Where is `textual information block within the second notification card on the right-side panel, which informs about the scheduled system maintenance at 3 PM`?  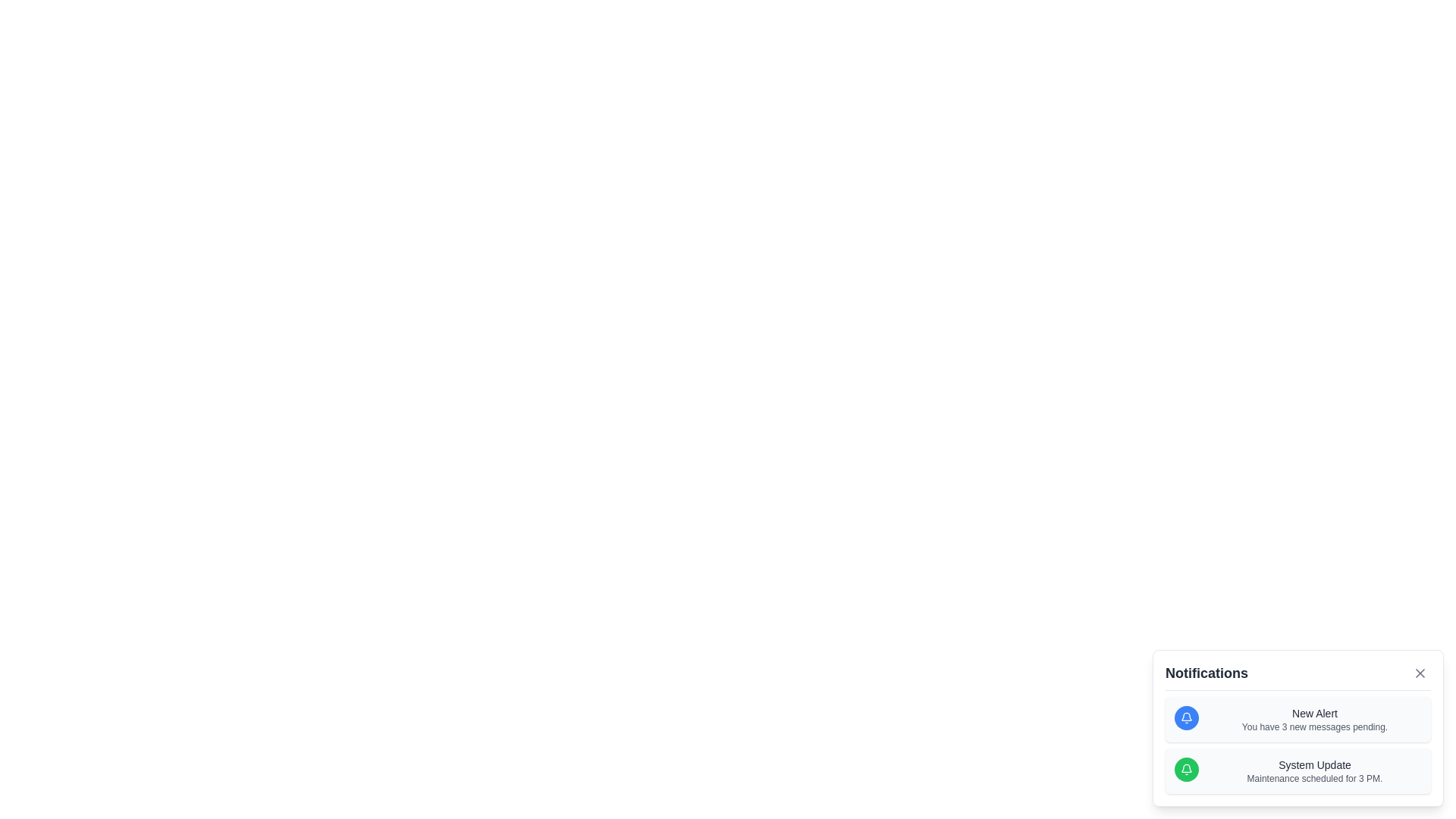 textual information block within the second notification card on the right-side panel, which informs about the scheduled system maintenance at 3 PM is located at coordinates (1313, 771).